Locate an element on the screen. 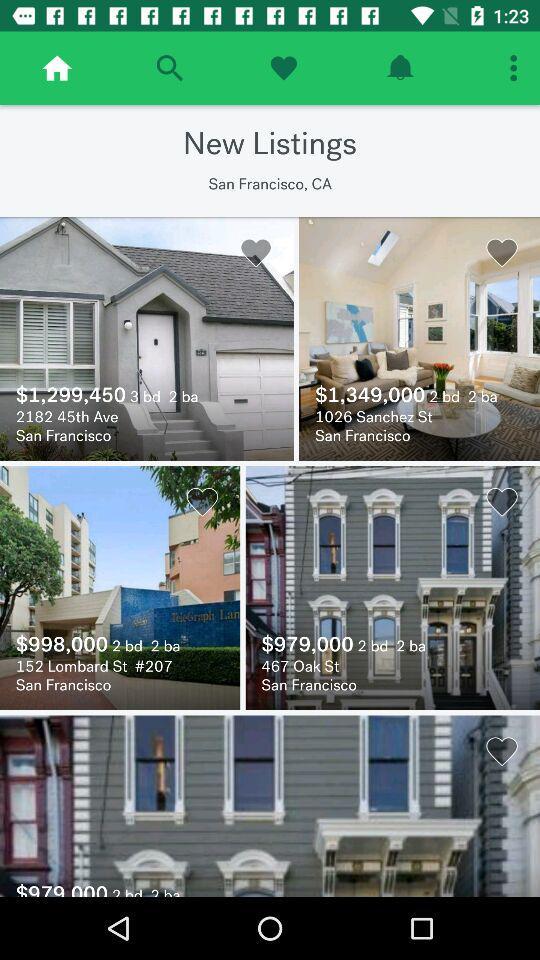 This screenshot has width=540, height=960. access main page is located at coordinates (57, 68).